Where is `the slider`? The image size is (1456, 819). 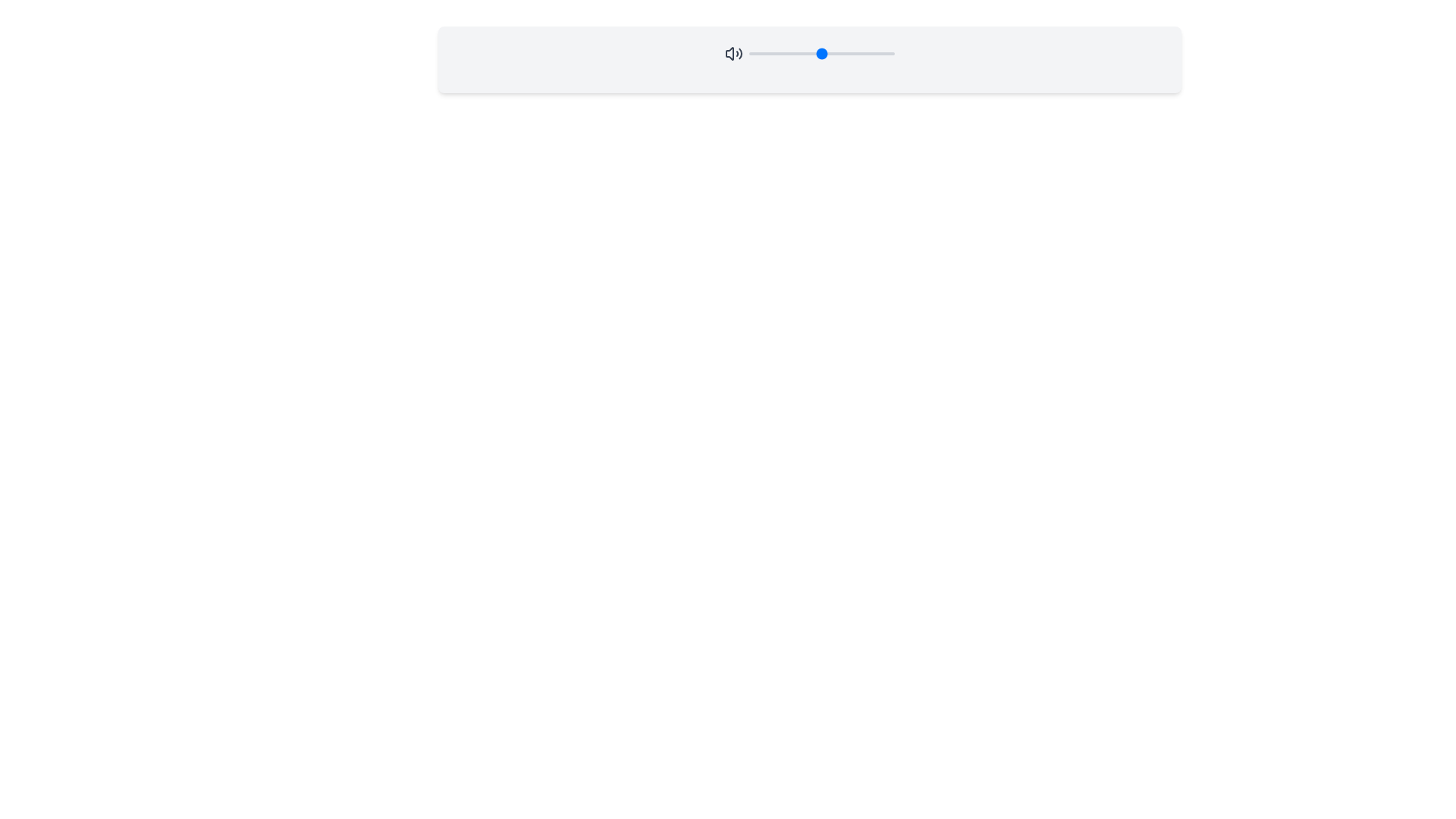
the slider is located at coordinates (818, 52).